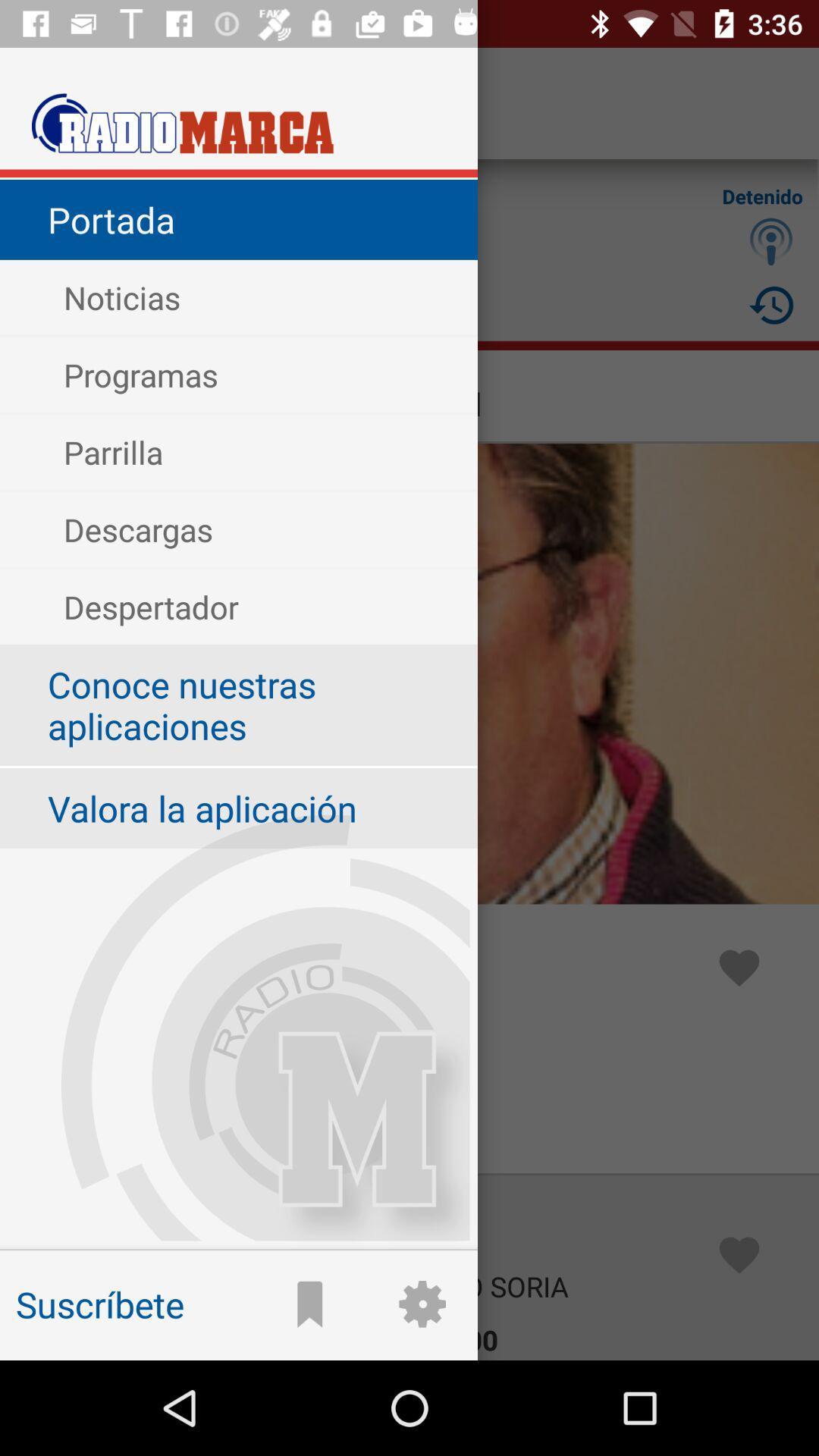  What do you see at coordinates (771, 304) in the screenshot?
I see `the history icon` at bounding box center [771, 304].